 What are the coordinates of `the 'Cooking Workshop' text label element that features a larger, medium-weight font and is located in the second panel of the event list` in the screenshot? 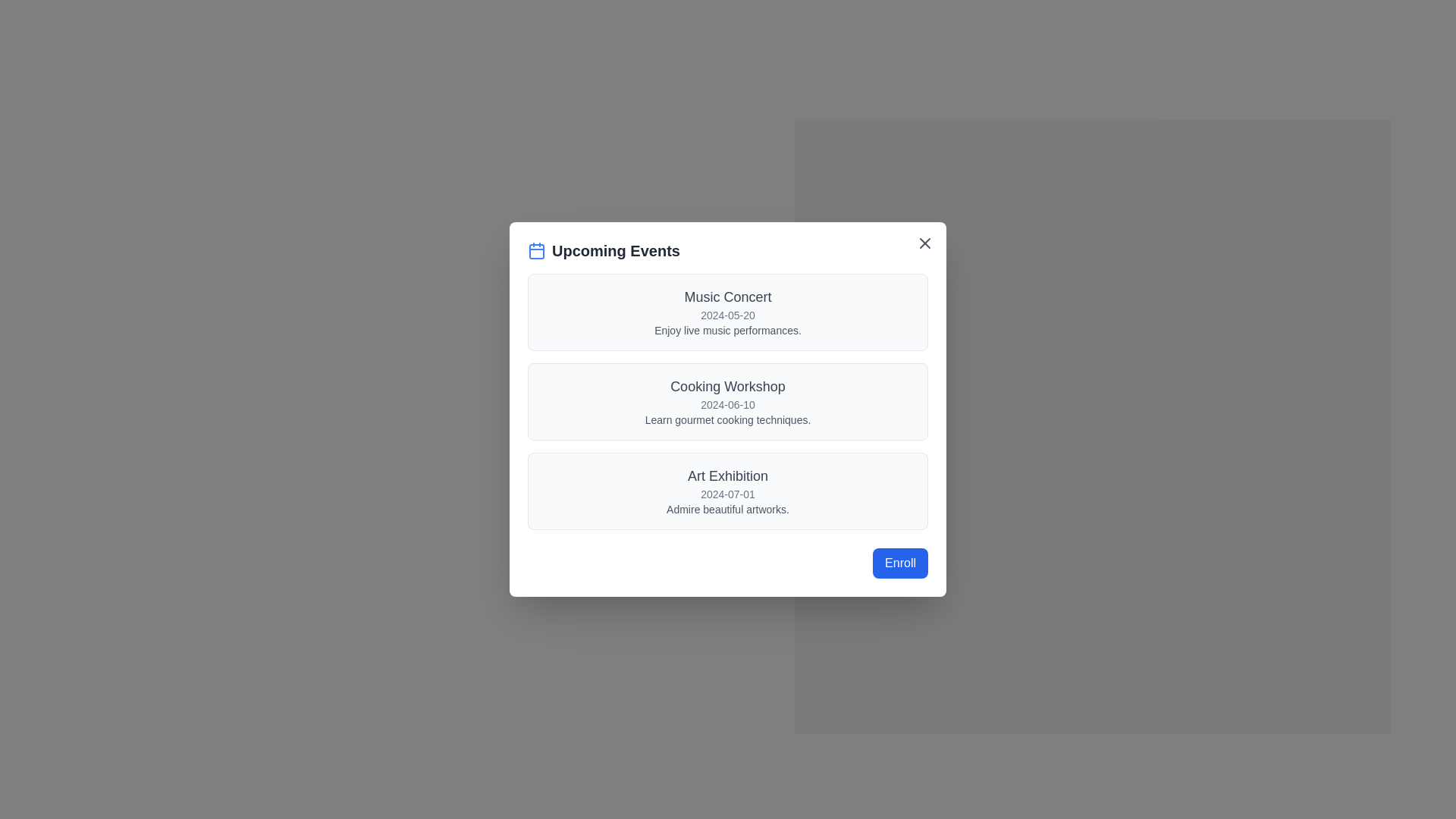 It's located at (728, 385).